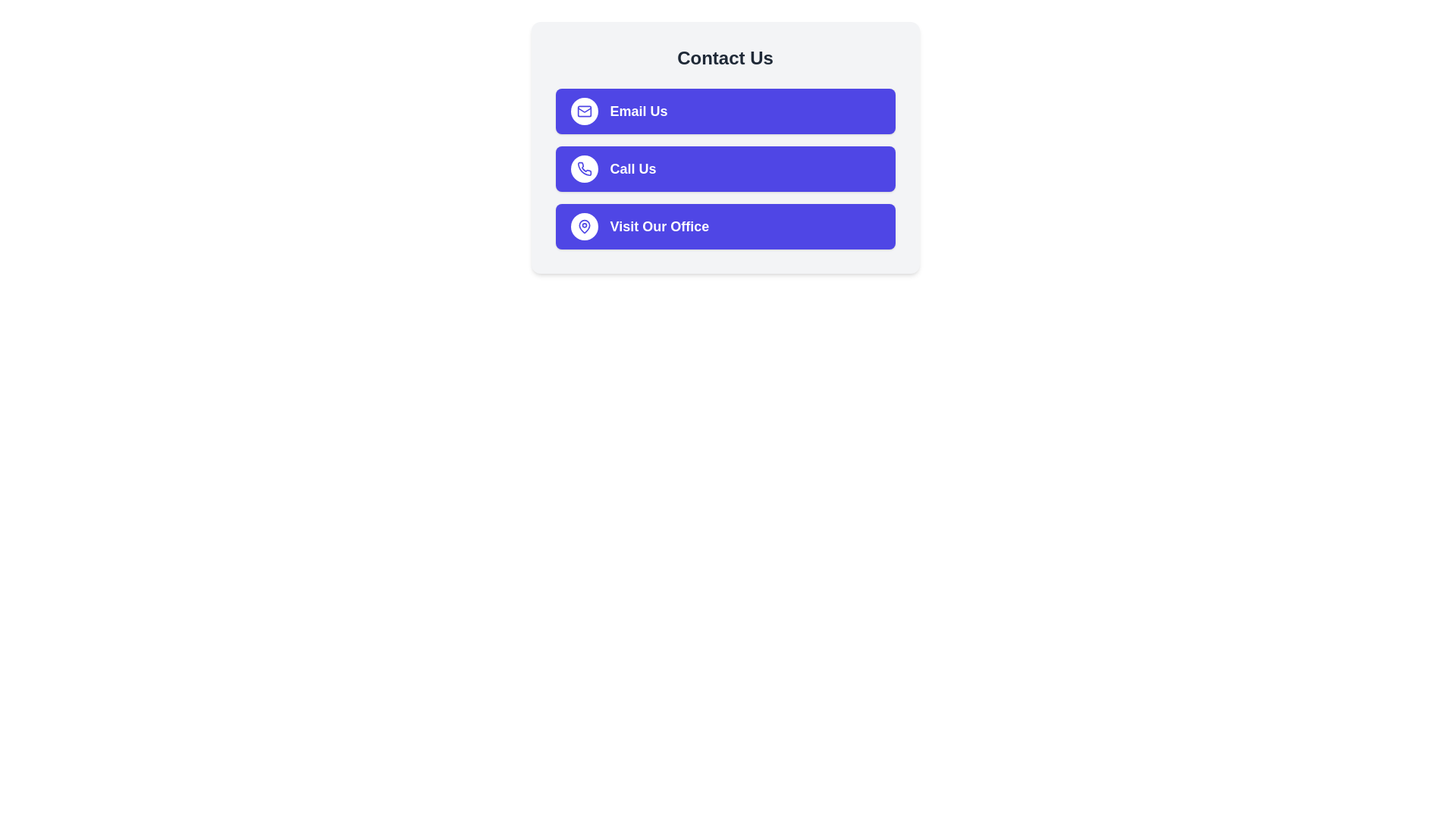 This screenshot has width=1456, height=819. I want to click on the email icon located on the left side of the 'Email Us' button, which visually indicates its purpose related to email communication, so click(583, 109).